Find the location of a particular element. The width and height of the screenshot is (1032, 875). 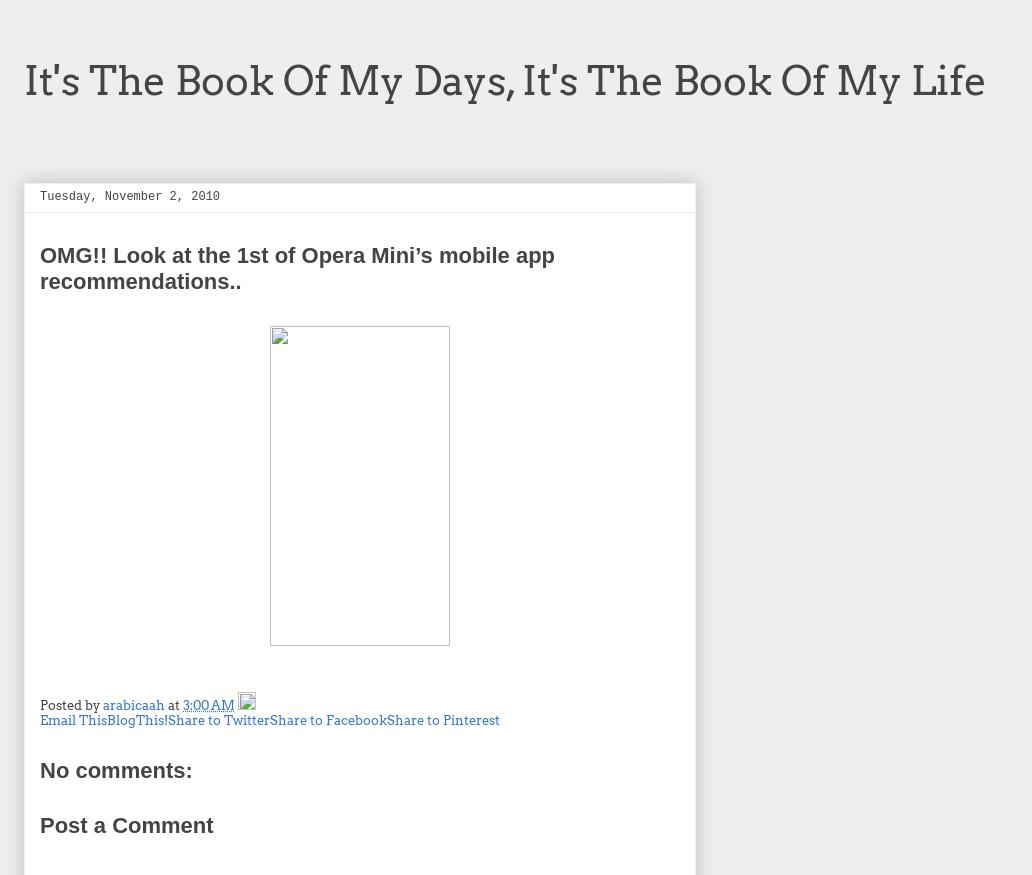

'It's The Book Of My Days, It's The Book Of My Life' is located at coordinates (504, 79).